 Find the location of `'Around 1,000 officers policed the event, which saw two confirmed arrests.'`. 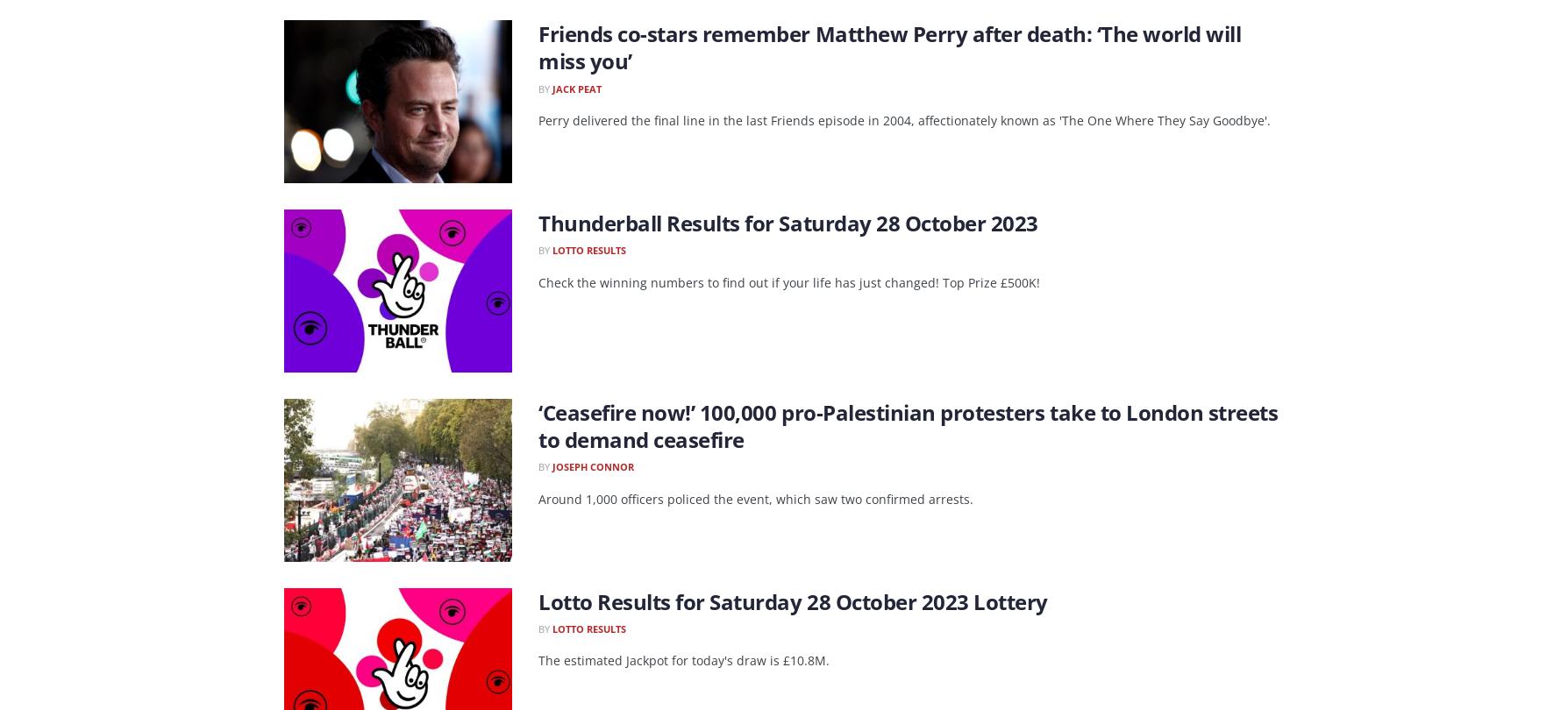

'Around 1,000 officers policed the event, which saw two confirmed arrests.' is located at coordinates (538, 498).